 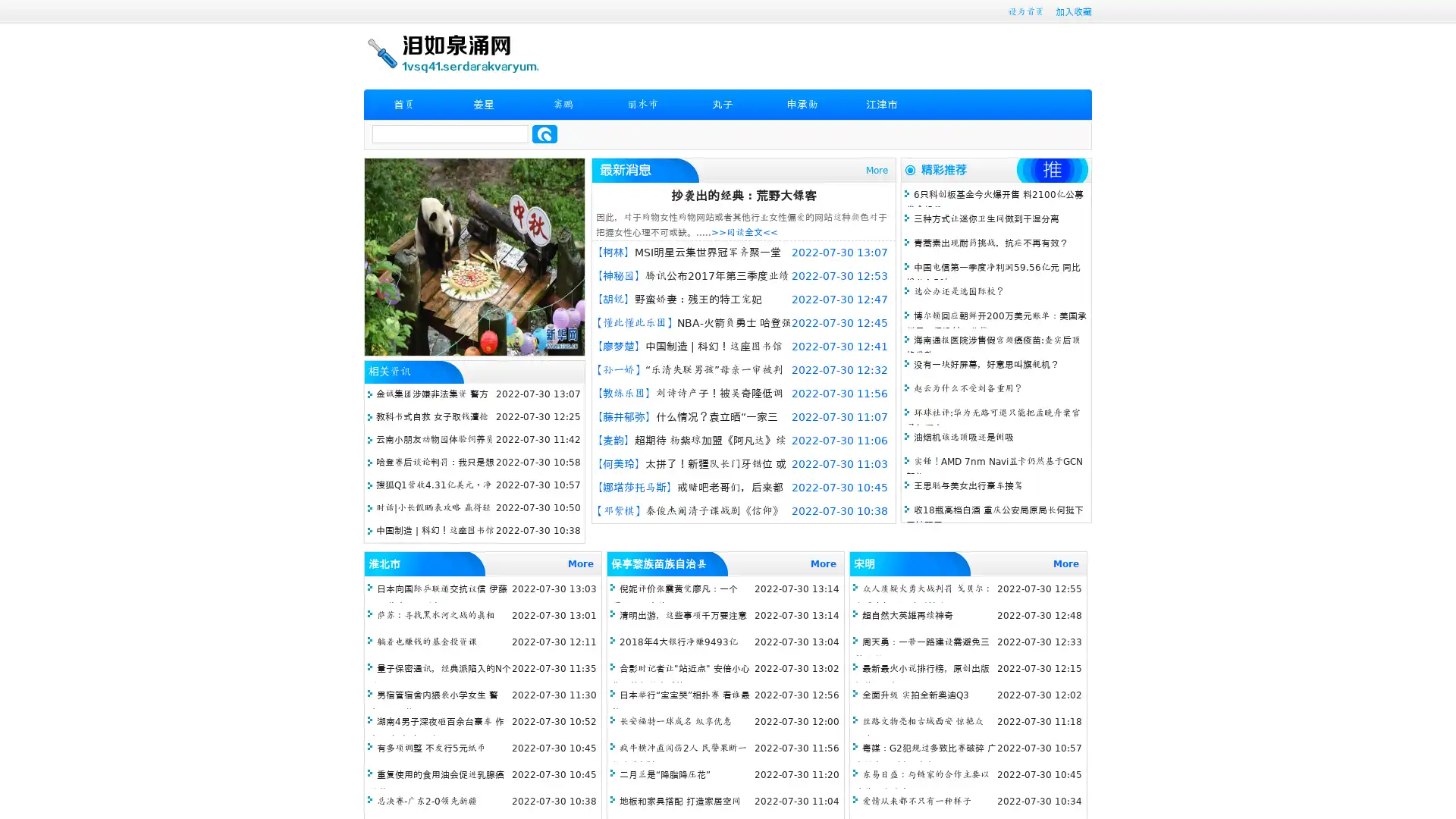 What do you see at coordinates (544, 133) in the screenshot?
I see `Search` at bounding box center [544, 133].